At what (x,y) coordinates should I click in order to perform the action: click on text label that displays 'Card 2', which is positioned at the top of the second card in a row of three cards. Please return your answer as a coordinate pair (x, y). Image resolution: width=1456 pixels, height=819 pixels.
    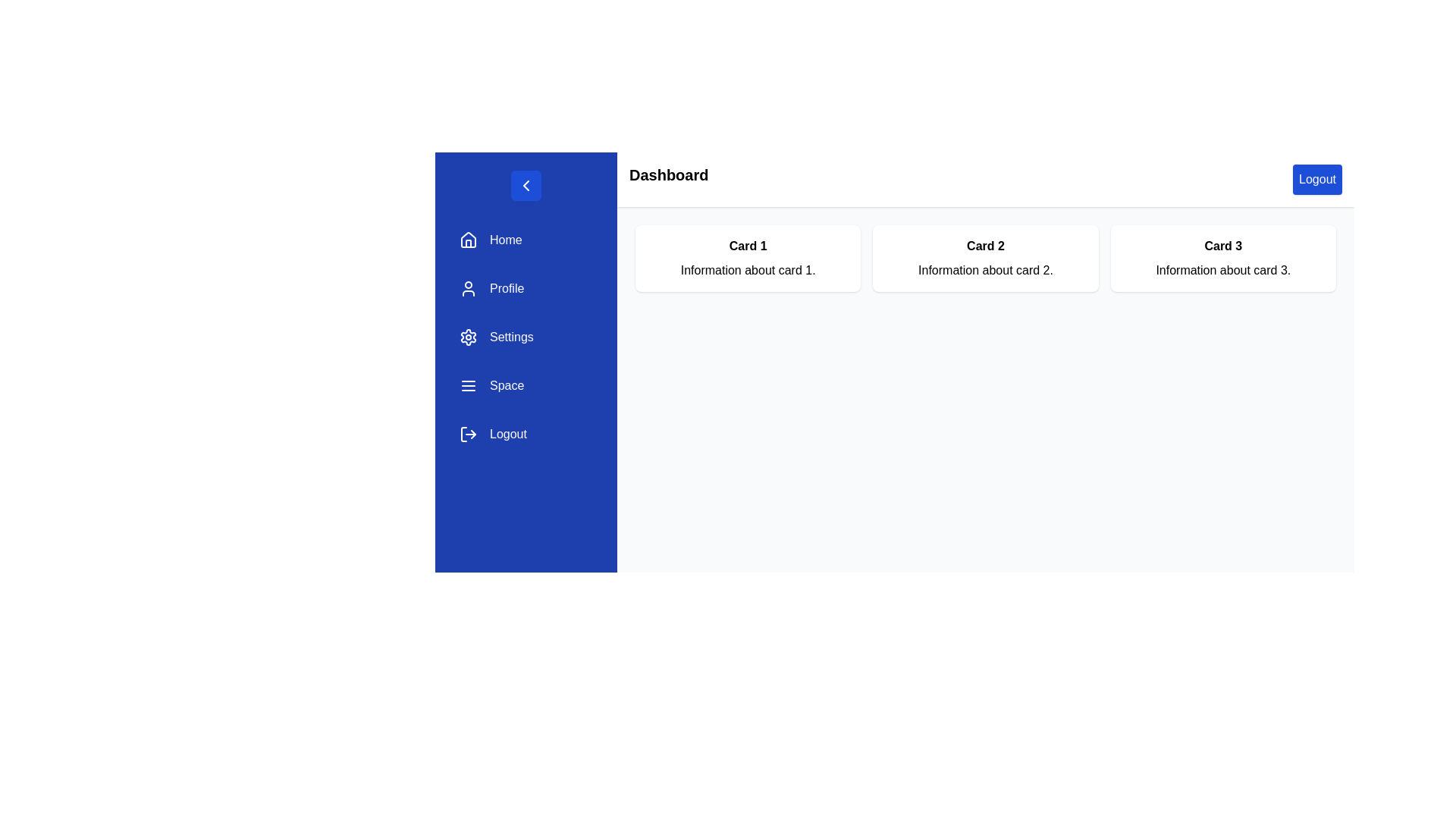
    Looking at the image, I should click on (986, 245).